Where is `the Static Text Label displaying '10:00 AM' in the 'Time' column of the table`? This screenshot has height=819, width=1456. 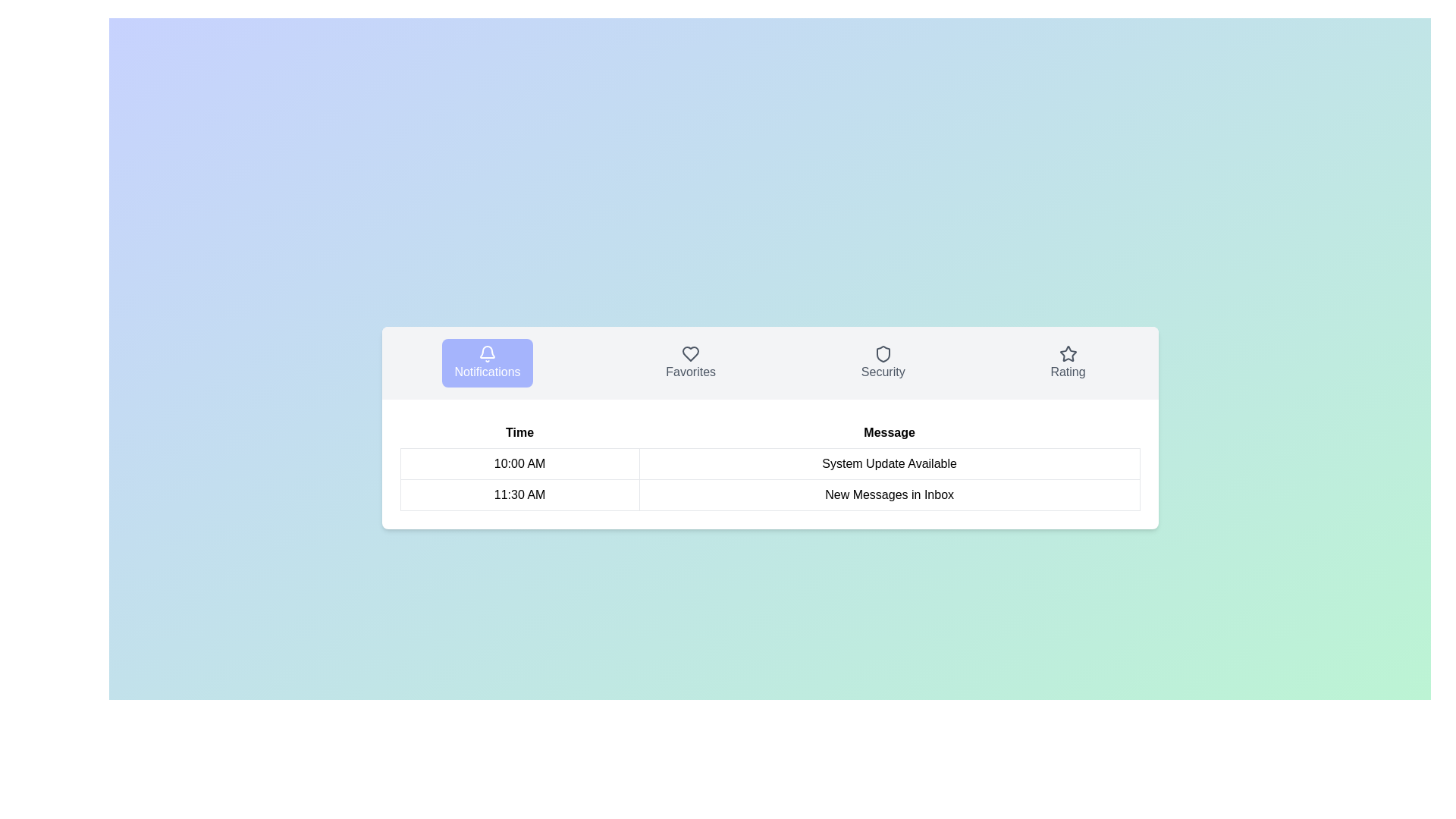
the Static Text Label displaying '10:00 AM' in the 'Time' column of the table is located at coordinates (519, 463).